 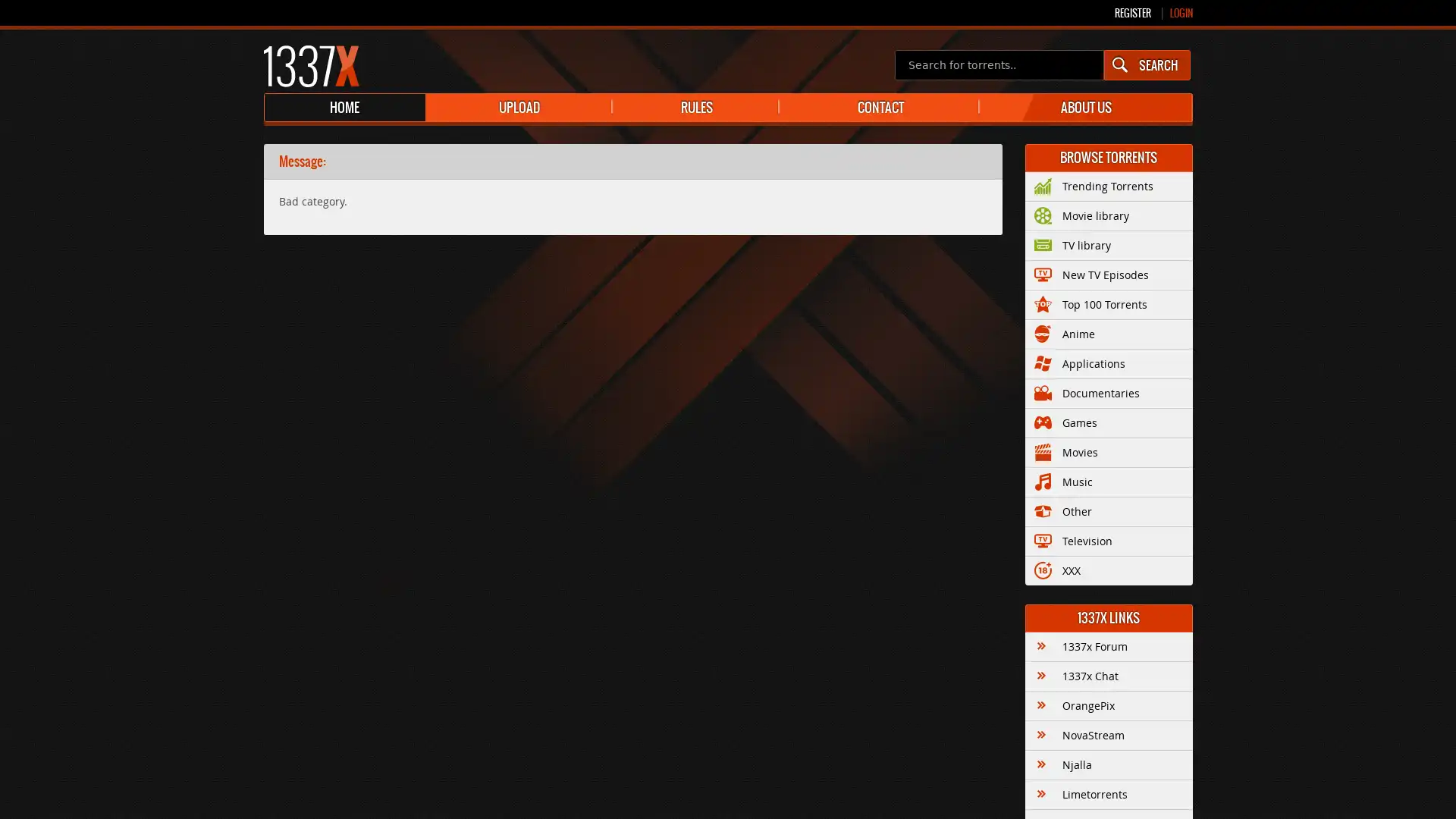 What do you see at coordinates (1147, 64) in the screenshot?
I see `SEARCH` at bounding box center [1147, 64].